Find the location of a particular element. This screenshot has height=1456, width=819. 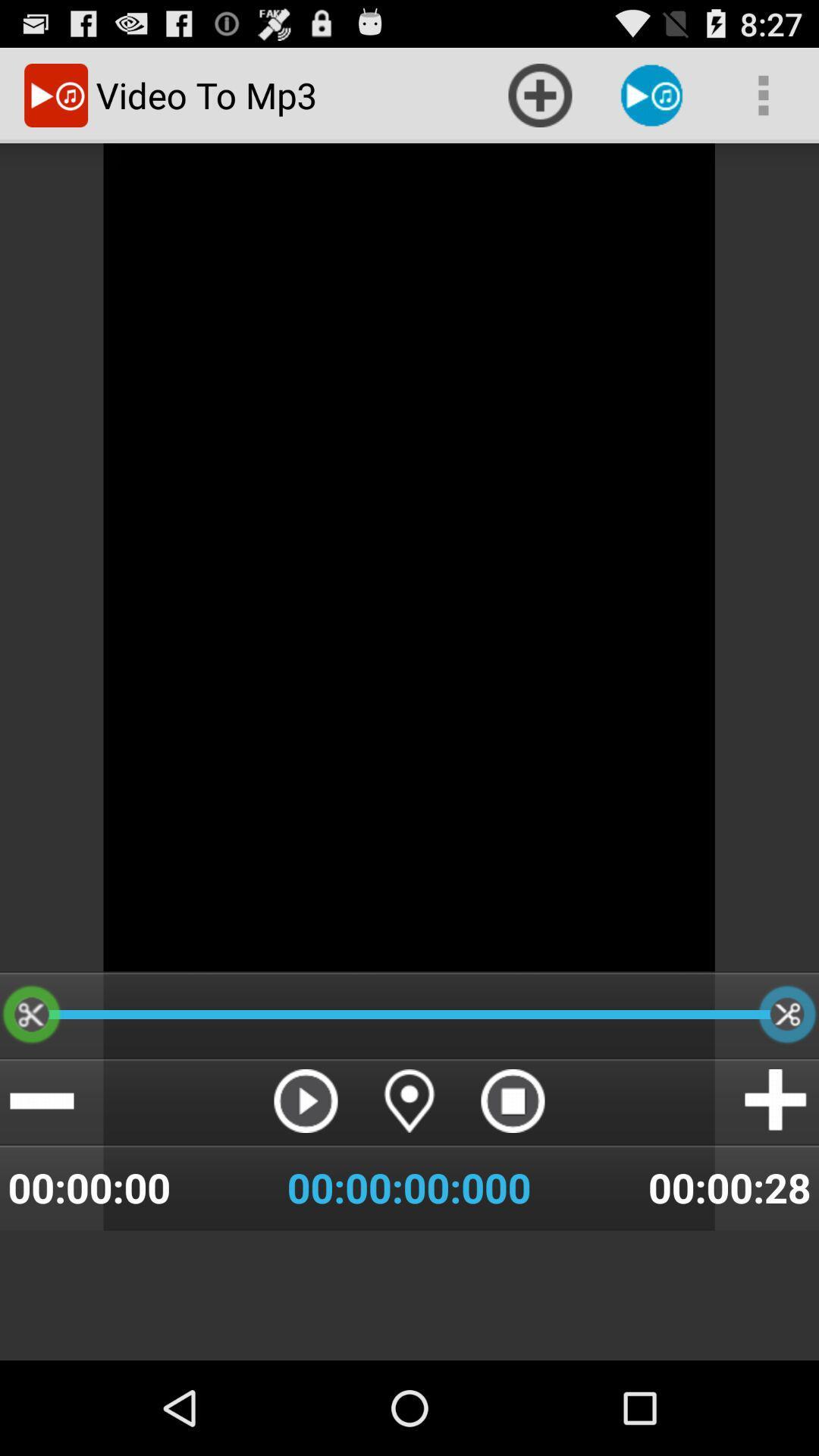

the play icon is located at coordinates (306, 1178).